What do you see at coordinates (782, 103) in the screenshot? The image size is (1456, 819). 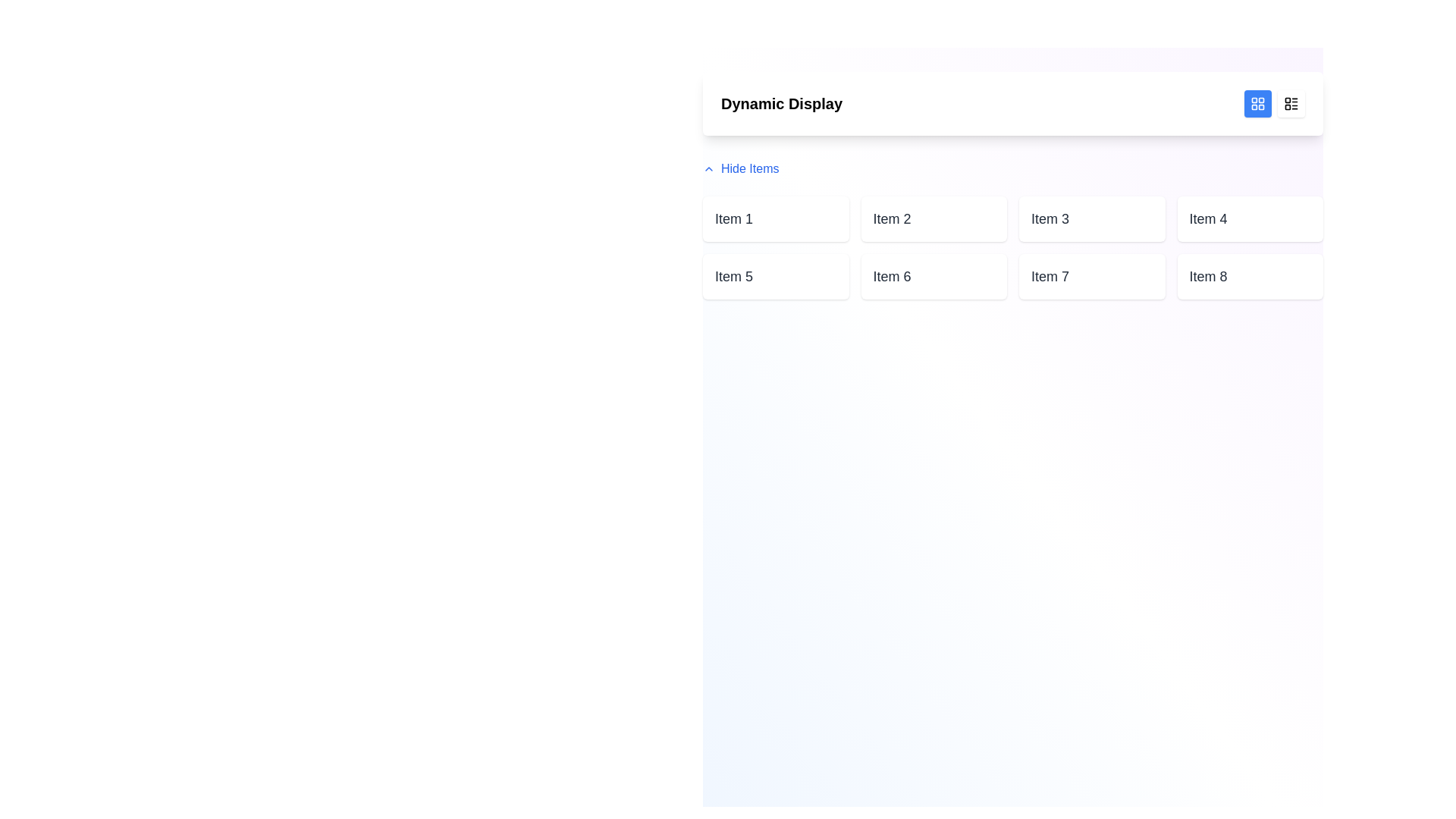 I see `the text label that serves as a section or page title, positioned at the top of the interface and to the left of buttons or icons` at bounding box center [782, 103].